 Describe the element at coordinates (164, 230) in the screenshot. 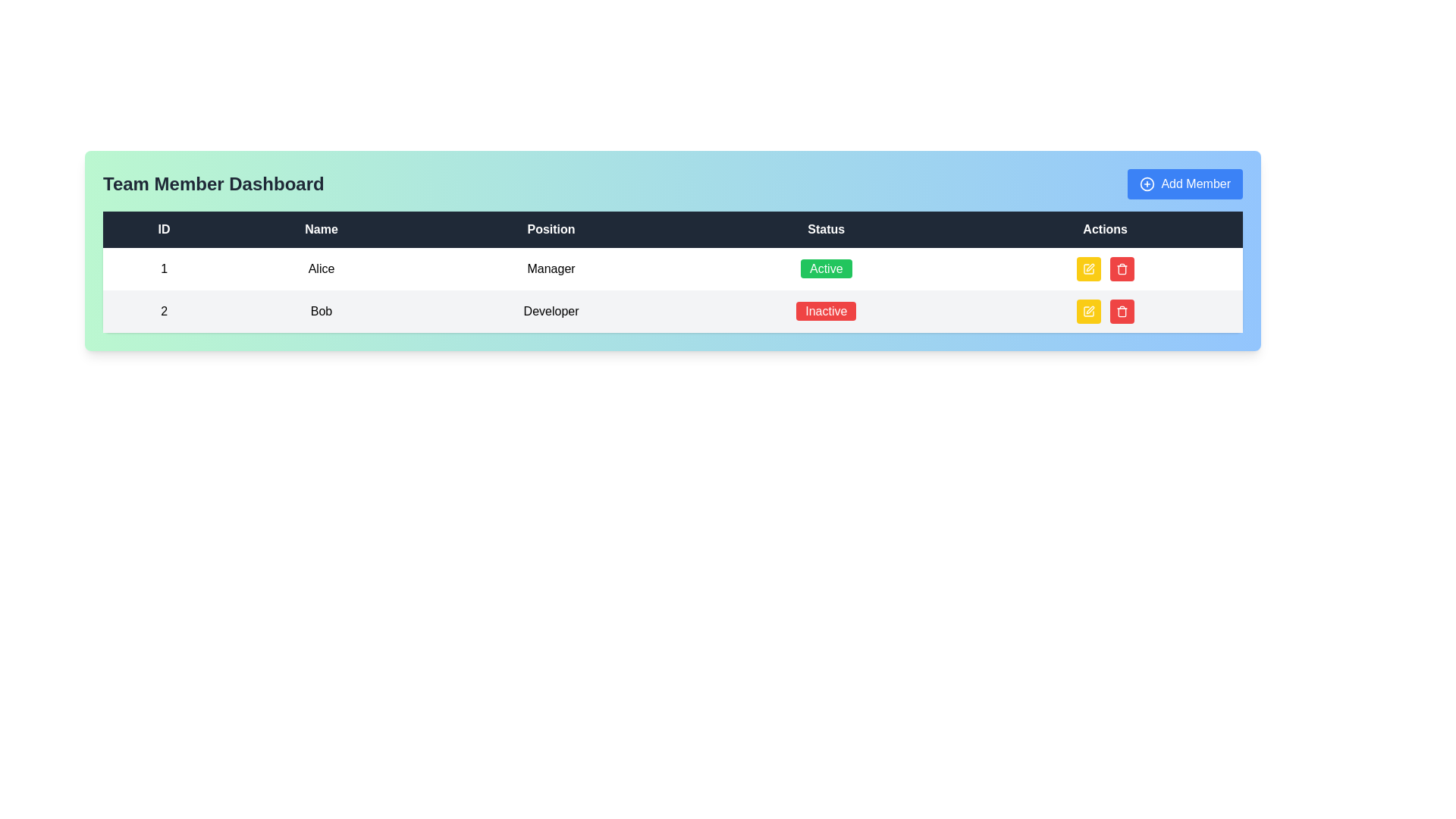

I see `the Table Header Cell displaying 'ID' in uppercase, which is styled with a dark background and white text, located on the far left of the table's first row` at that location.